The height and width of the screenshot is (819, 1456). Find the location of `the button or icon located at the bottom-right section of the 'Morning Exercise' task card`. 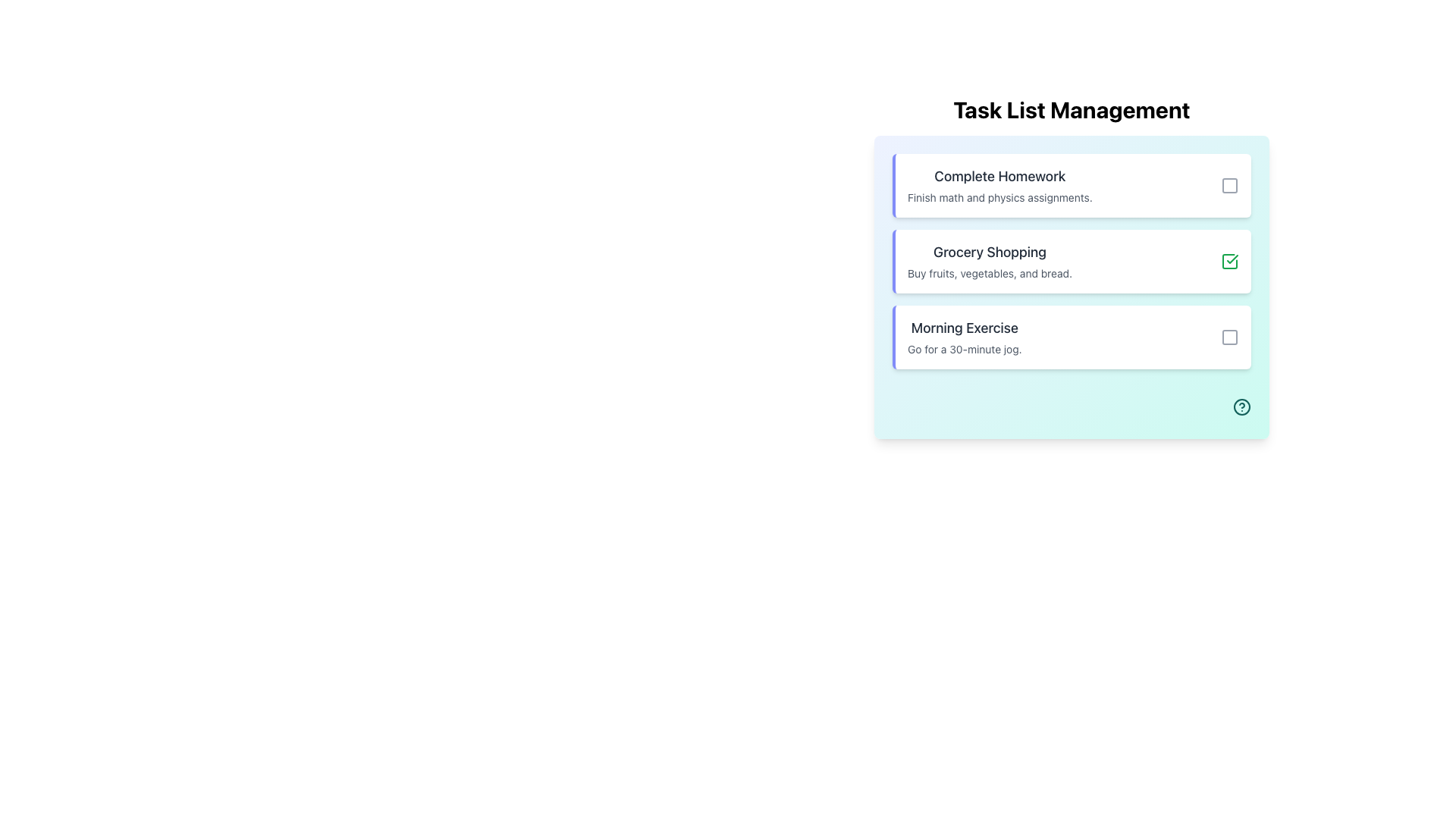

the button or icon located at the bottom-right section of the 'Morning Exercise' task card is located at coordinates (1230, 336).